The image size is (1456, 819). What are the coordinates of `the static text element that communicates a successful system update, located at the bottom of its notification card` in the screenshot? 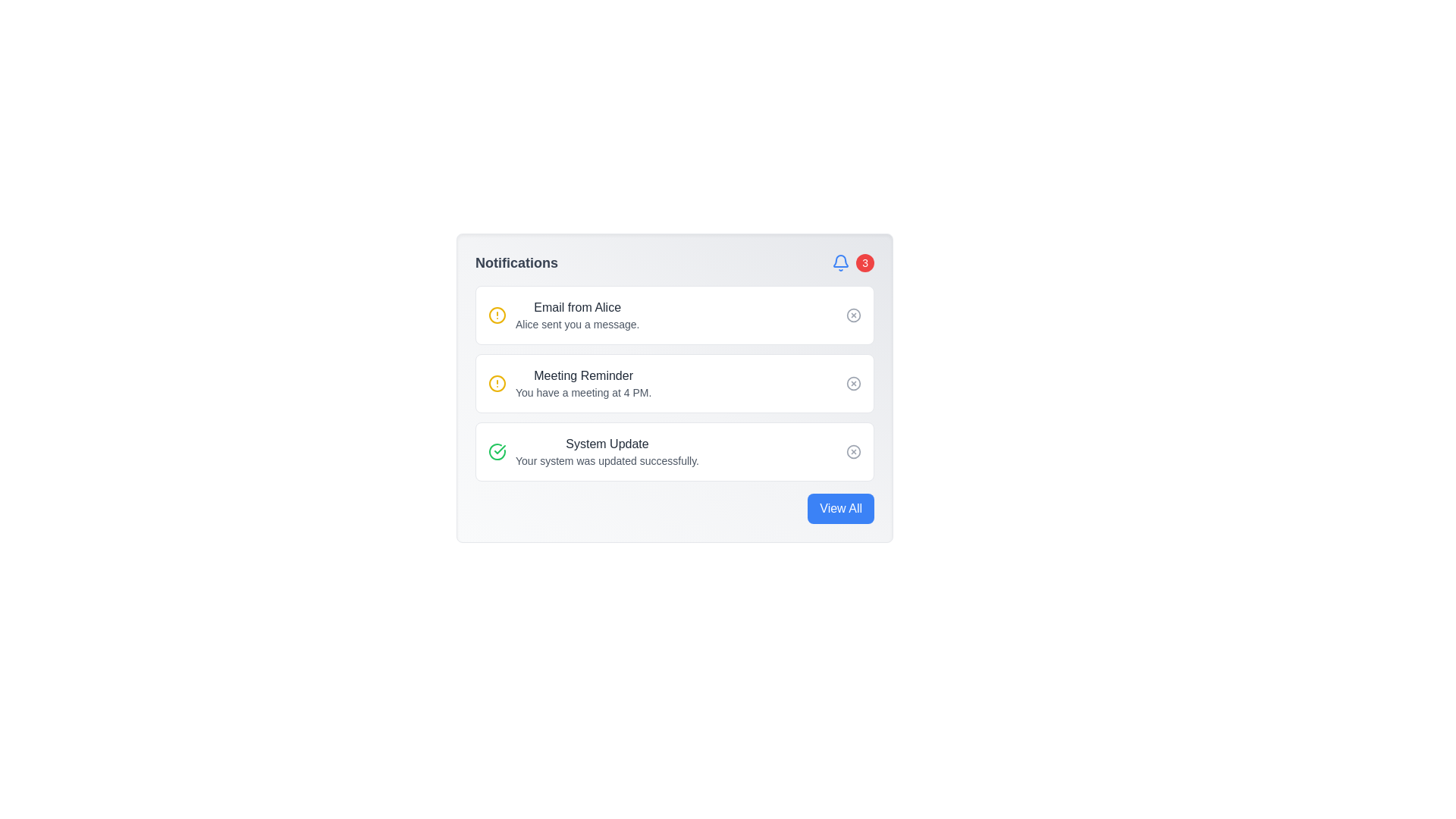 It's located at (607, 460).